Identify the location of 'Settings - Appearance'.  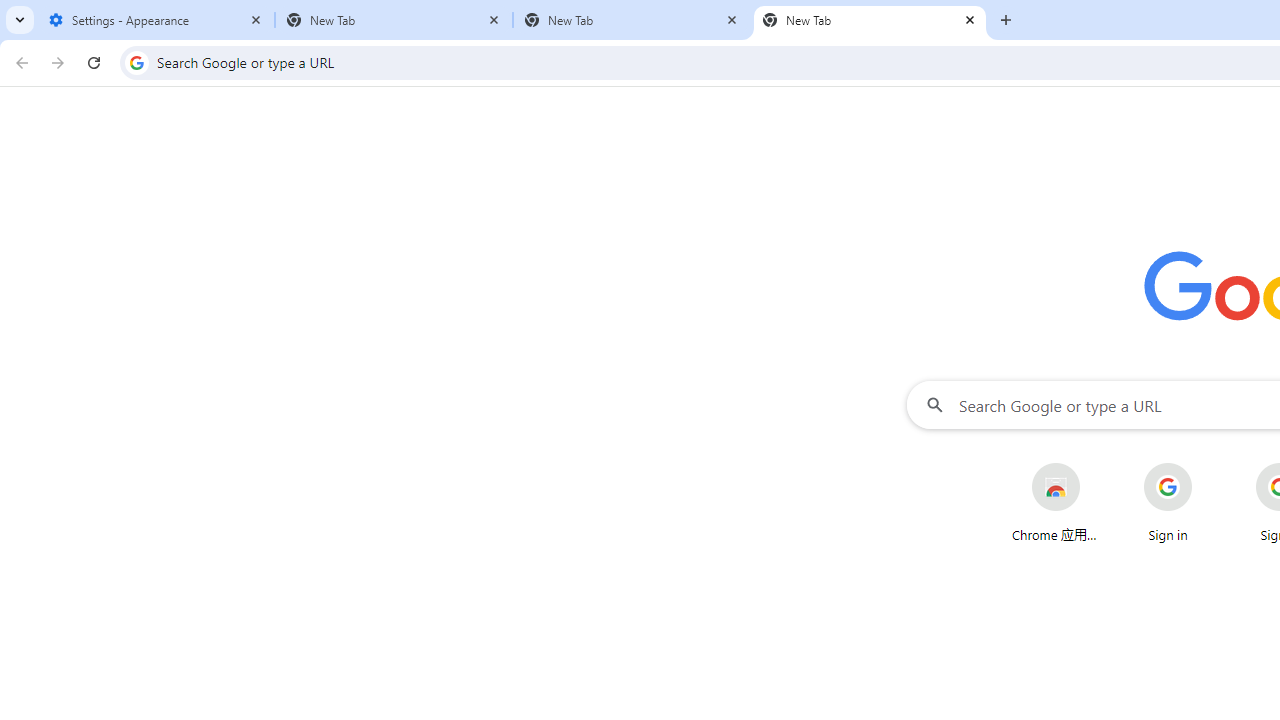
(155, 20).